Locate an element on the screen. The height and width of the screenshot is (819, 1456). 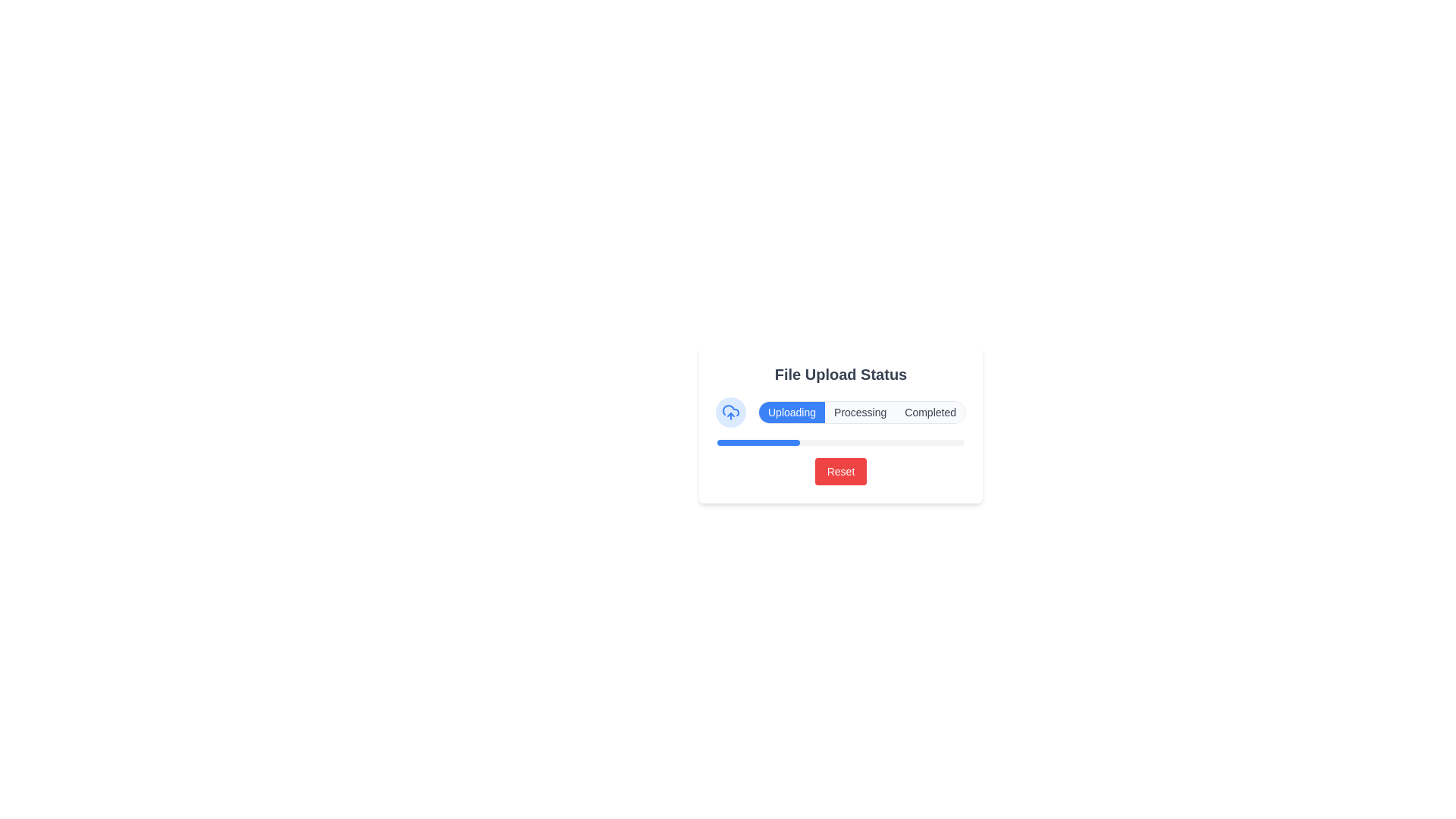
the interactive button component in the 'File Upload Status' section to switch the status of the file upload process is located at coordinates (839, 412).